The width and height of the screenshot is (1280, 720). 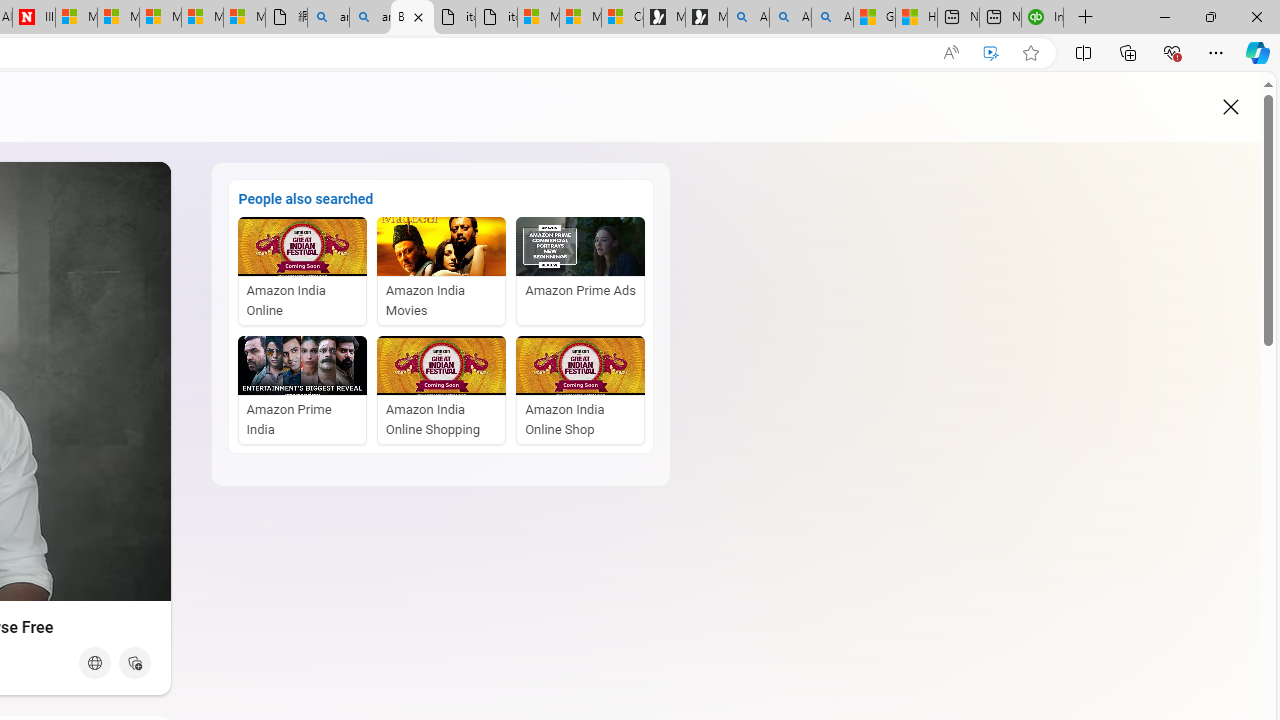 I want to click on 'Bing Videos - Audio playing', so click(x=411, y=17).